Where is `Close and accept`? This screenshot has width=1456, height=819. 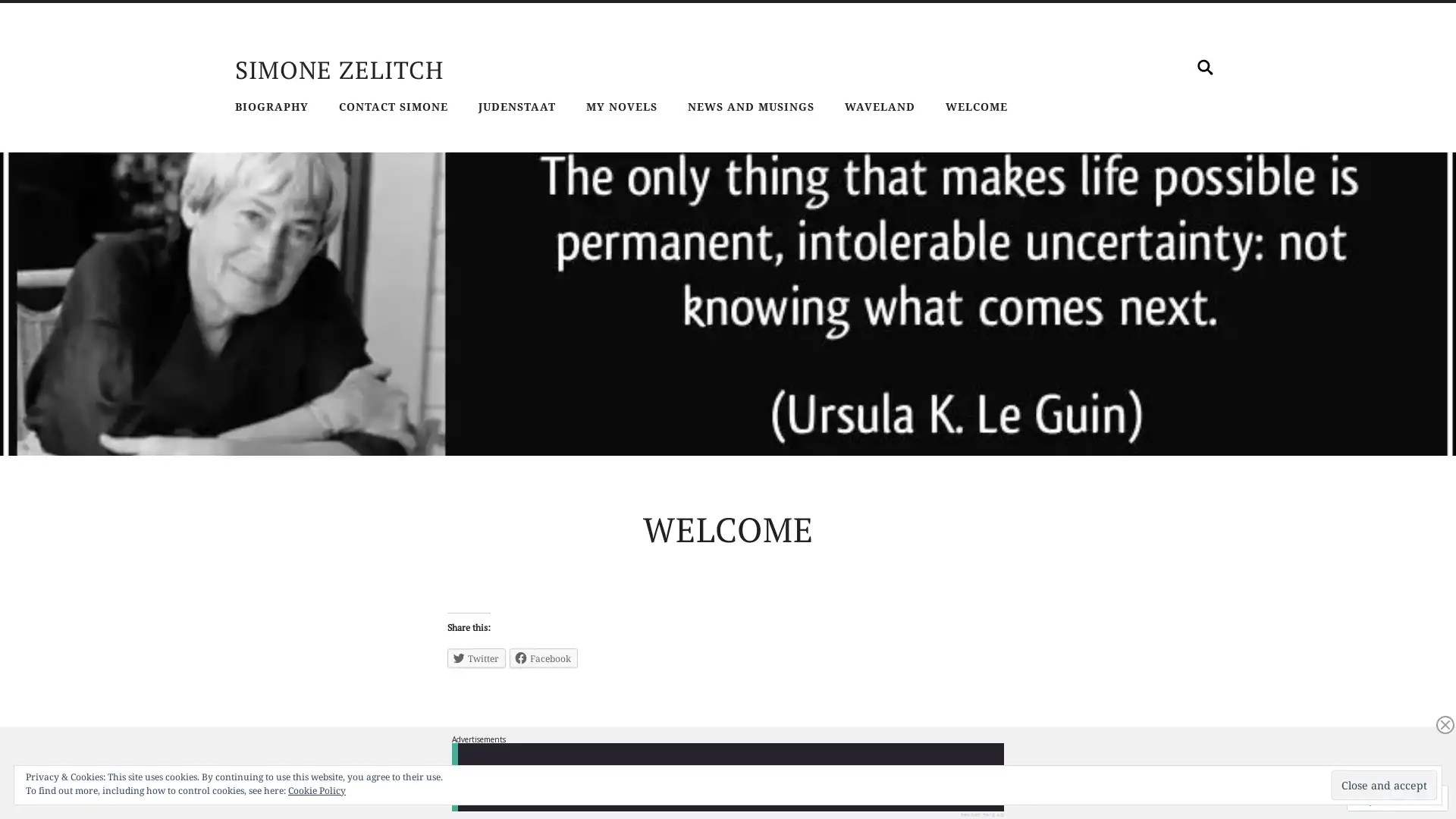
Close and accept is located at coordinates (1384, 785).